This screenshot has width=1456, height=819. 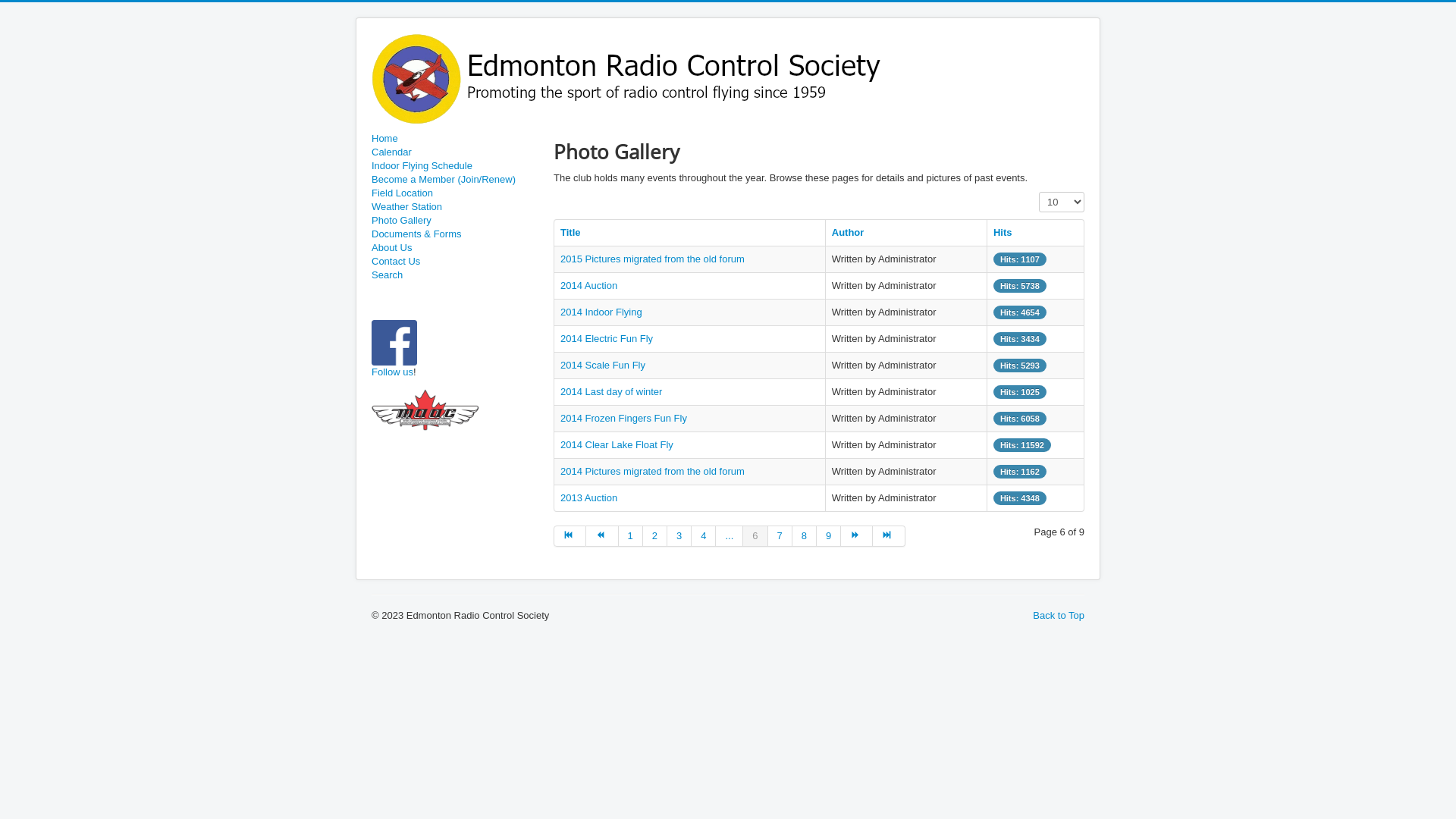 What do you see at coordinates (454, 220) in the screenshot?
I see `'Photo Gallery'` at bounding box center [454, 220].